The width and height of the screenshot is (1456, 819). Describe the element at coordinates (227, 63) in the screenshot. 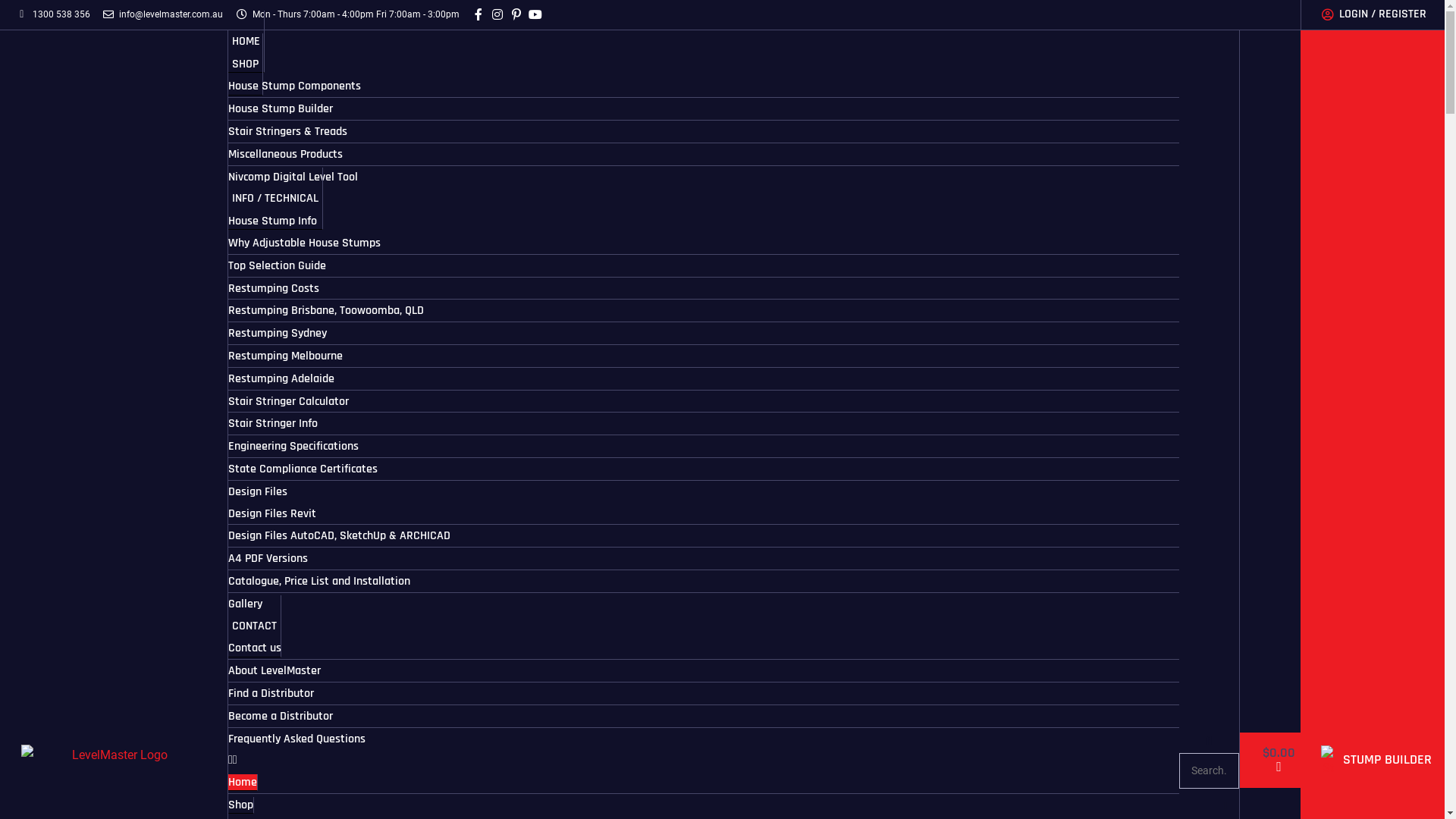

I see `'SHOP'` at that location.